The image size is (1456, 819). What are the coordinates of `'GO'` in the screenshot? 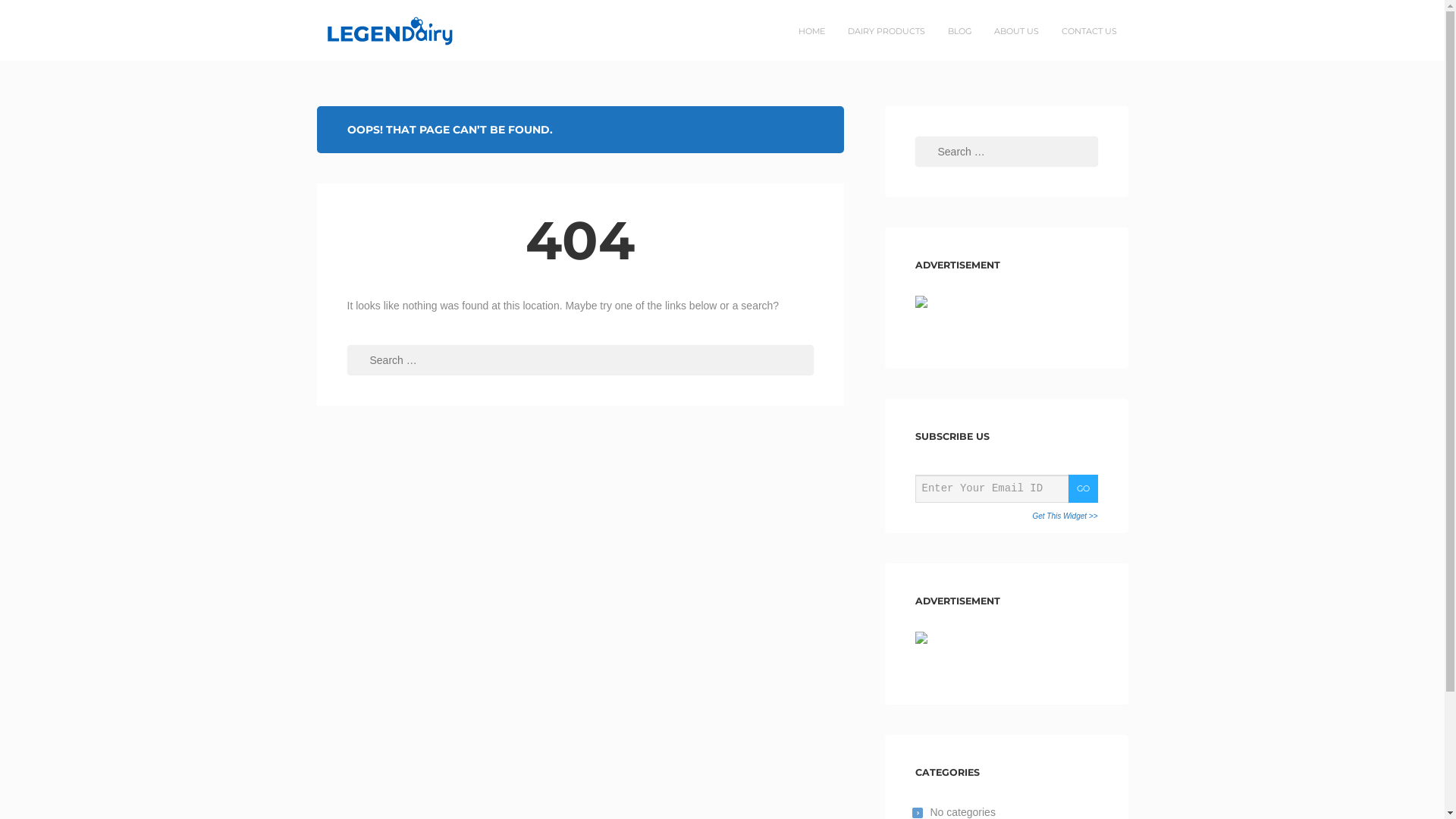 It's located at (1081, 488).